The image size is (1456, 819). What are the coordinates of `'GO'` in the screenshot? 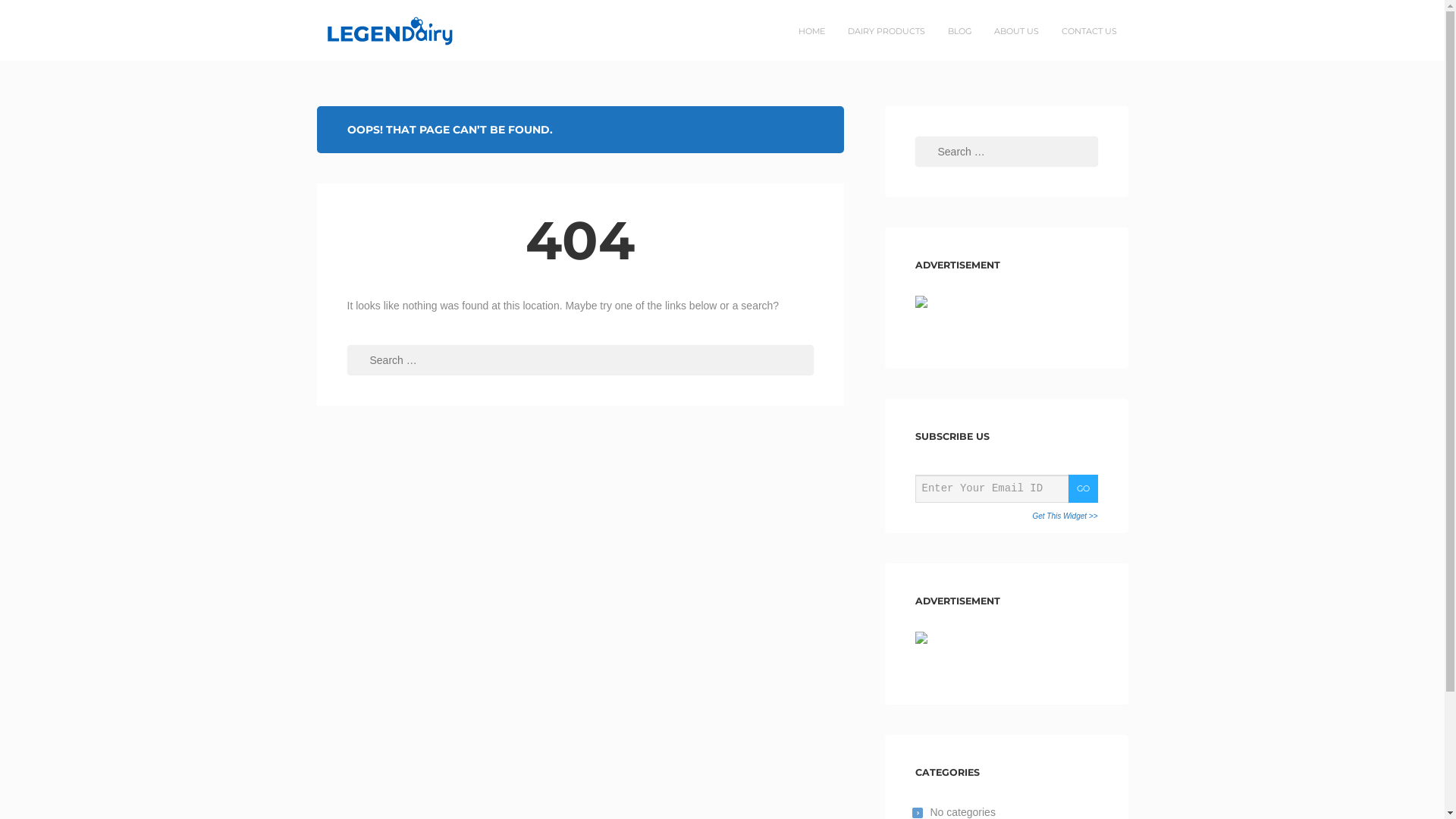 It's located at (1081, 488).